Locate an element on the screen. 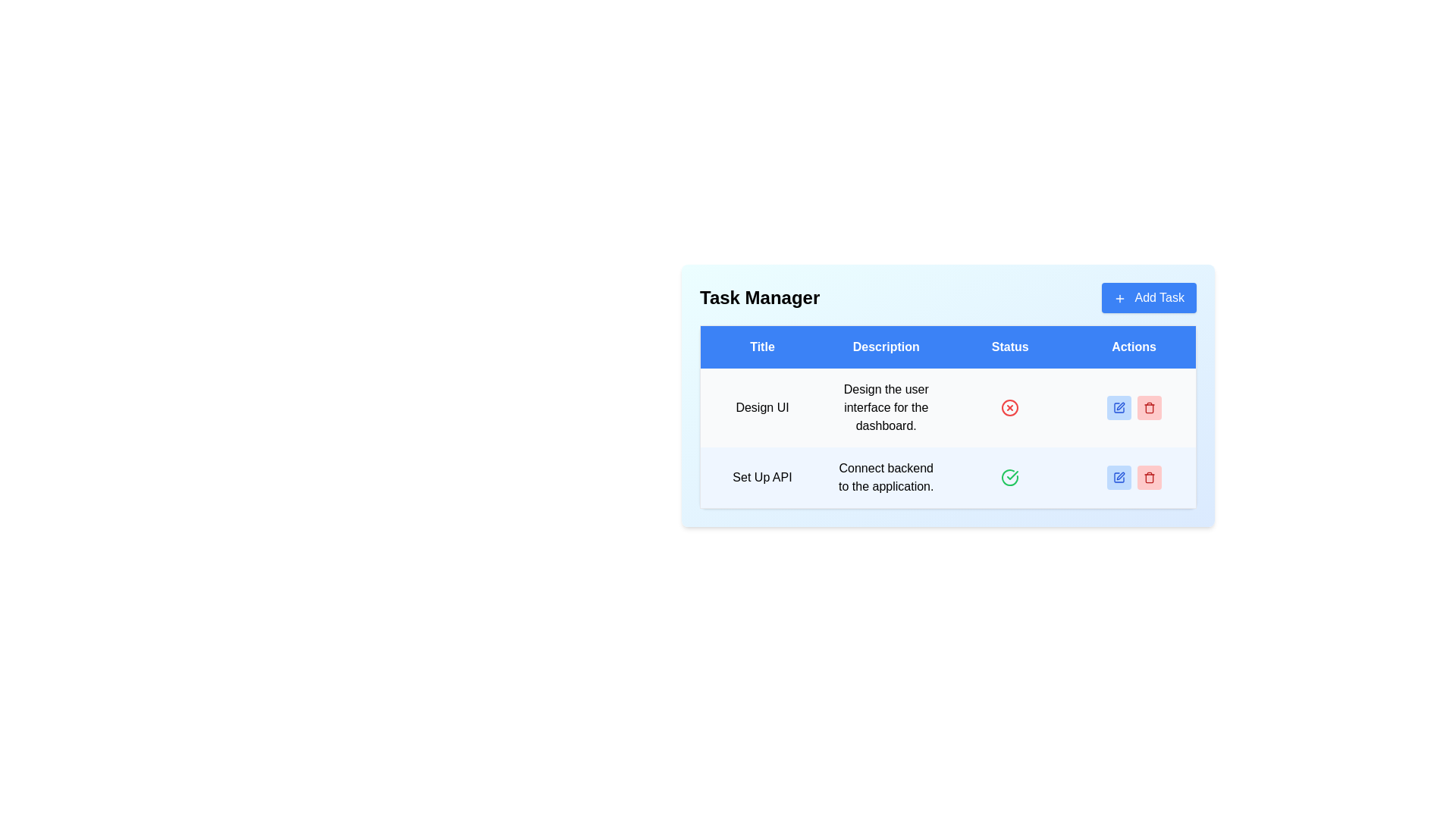 This screenshot has width=1456, height=819. the negative status indicator icon located in the 'Status' column of the task management table for the 'Design UI' row, which visually denotes a failed status for the associated task is located at coordinates (1010, 407).